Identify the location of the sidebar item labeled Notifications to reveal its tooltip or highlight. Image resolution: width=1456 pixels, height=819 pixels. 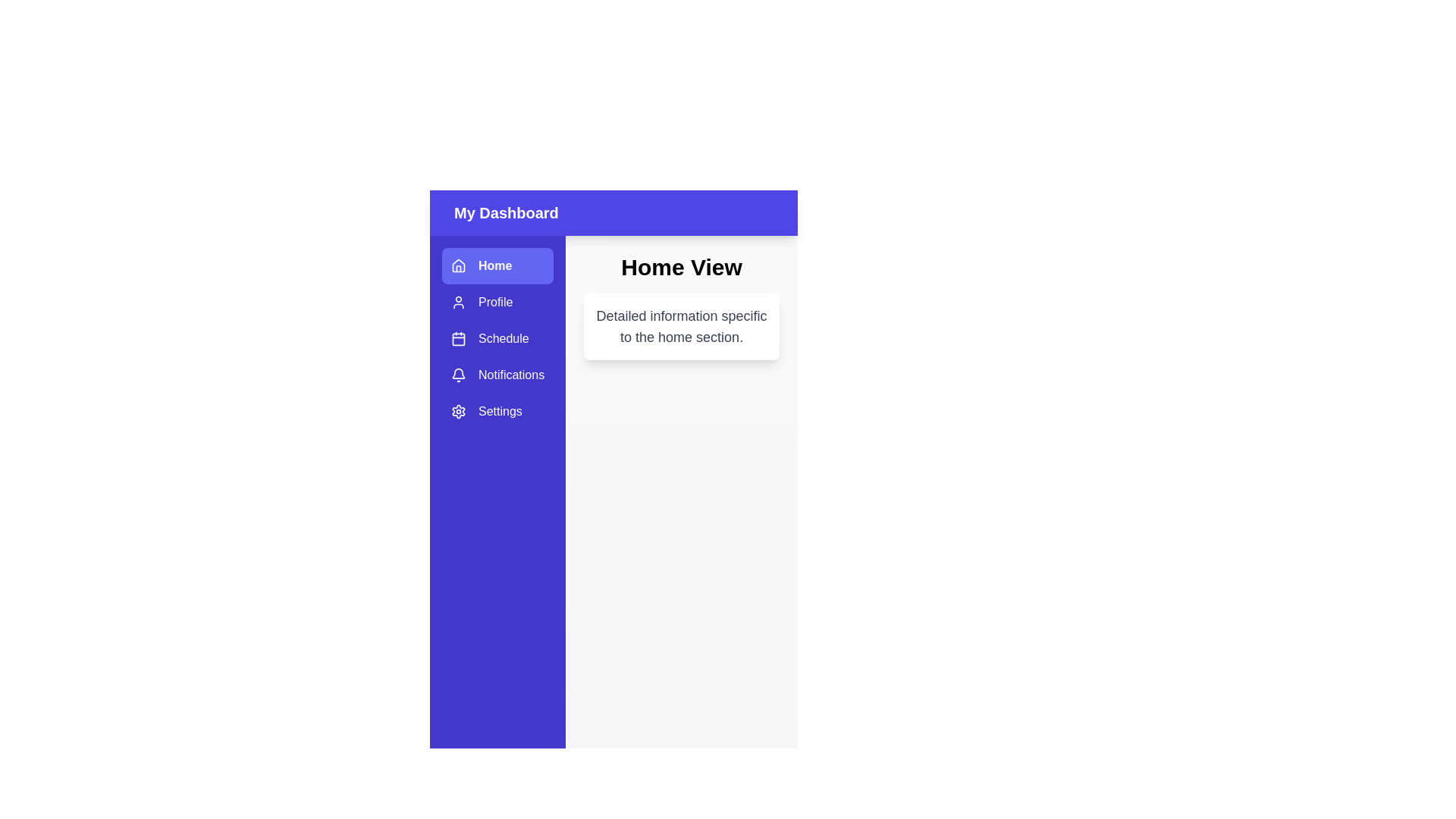
(497, 375).